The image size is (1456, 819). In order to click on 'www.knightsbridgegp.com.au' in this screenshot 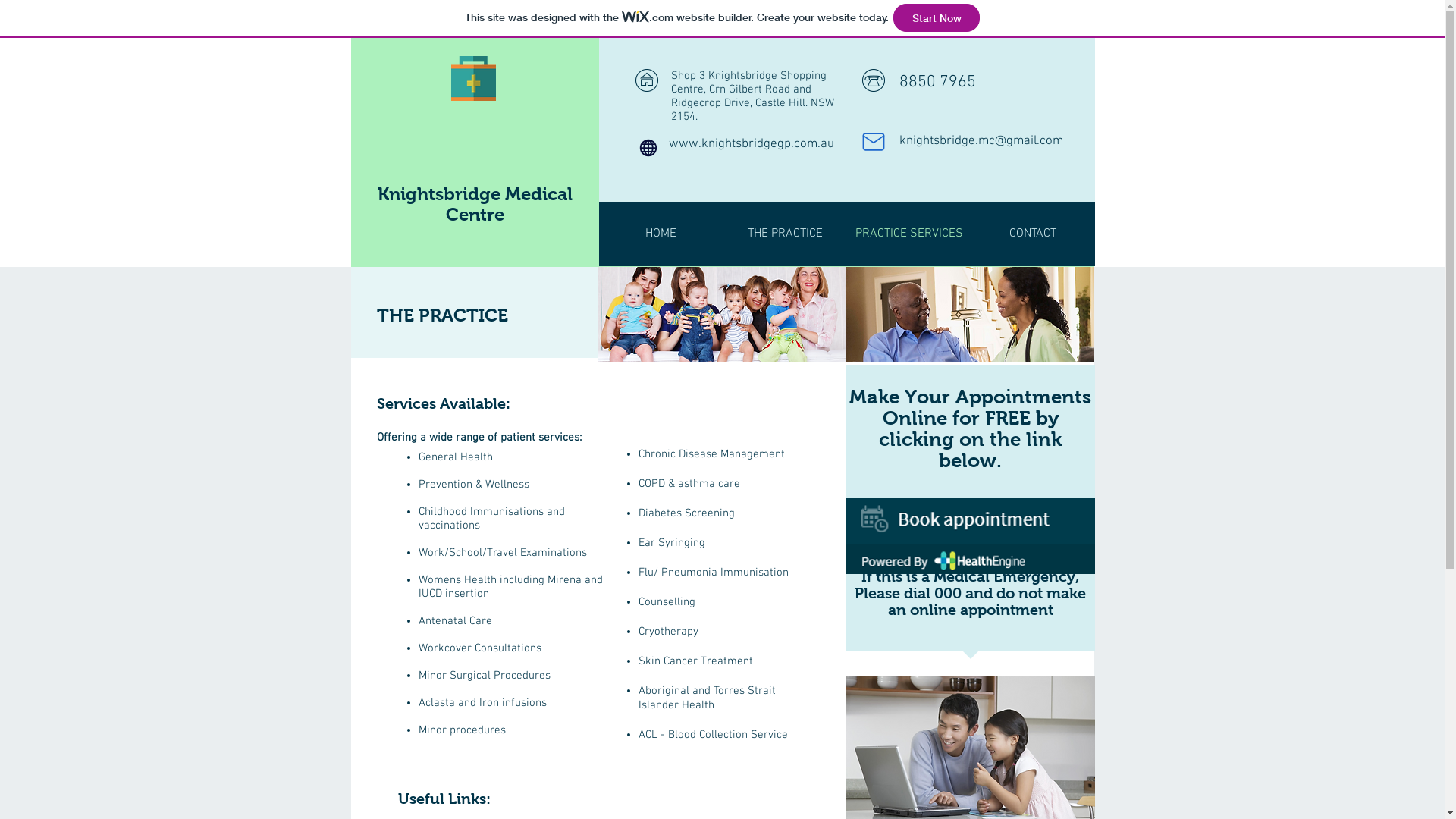, I will do `click(751, 143)`.